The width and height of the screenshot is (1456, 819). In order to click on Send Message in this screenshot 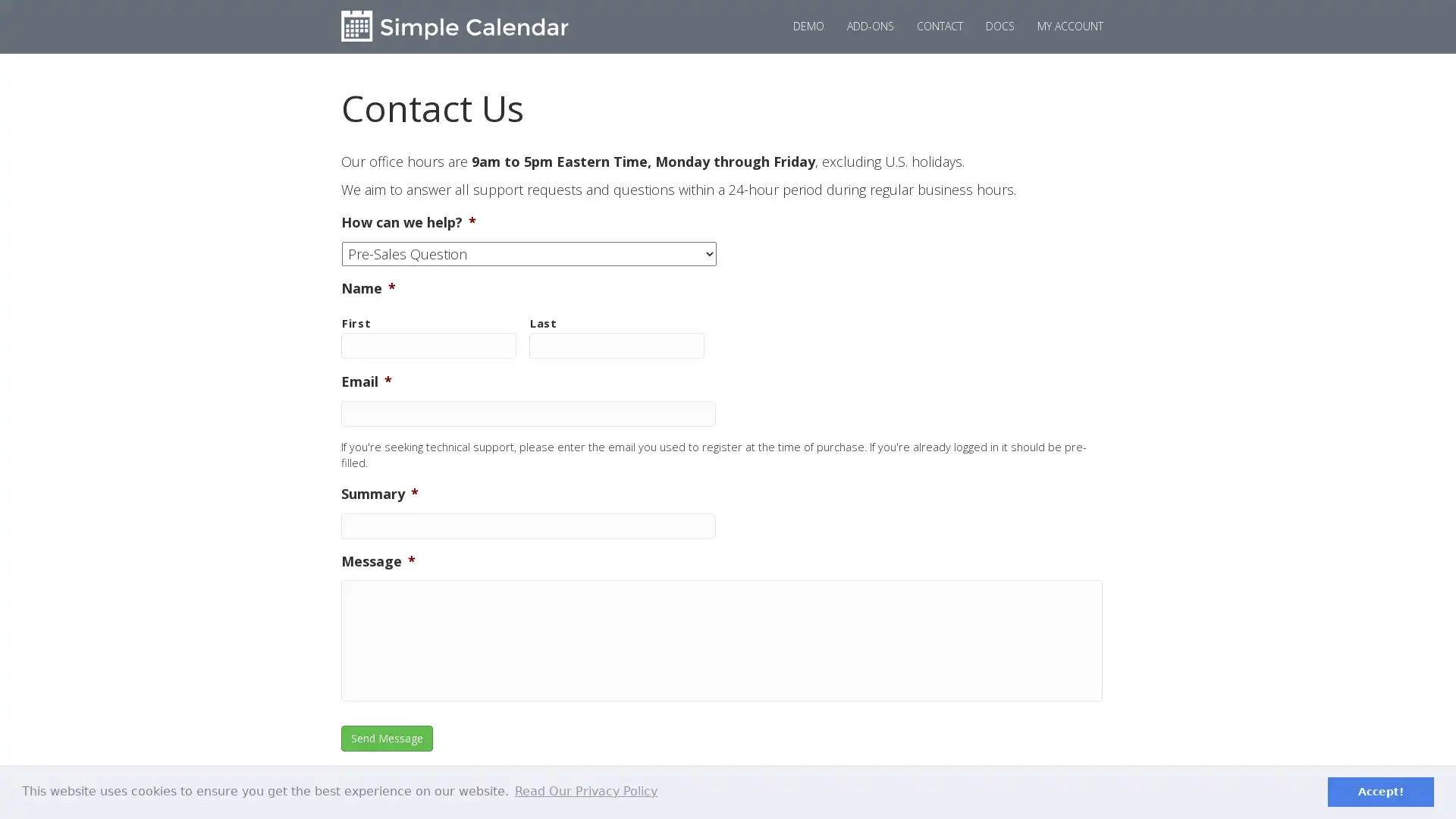, I will do `click(387, 738)`.